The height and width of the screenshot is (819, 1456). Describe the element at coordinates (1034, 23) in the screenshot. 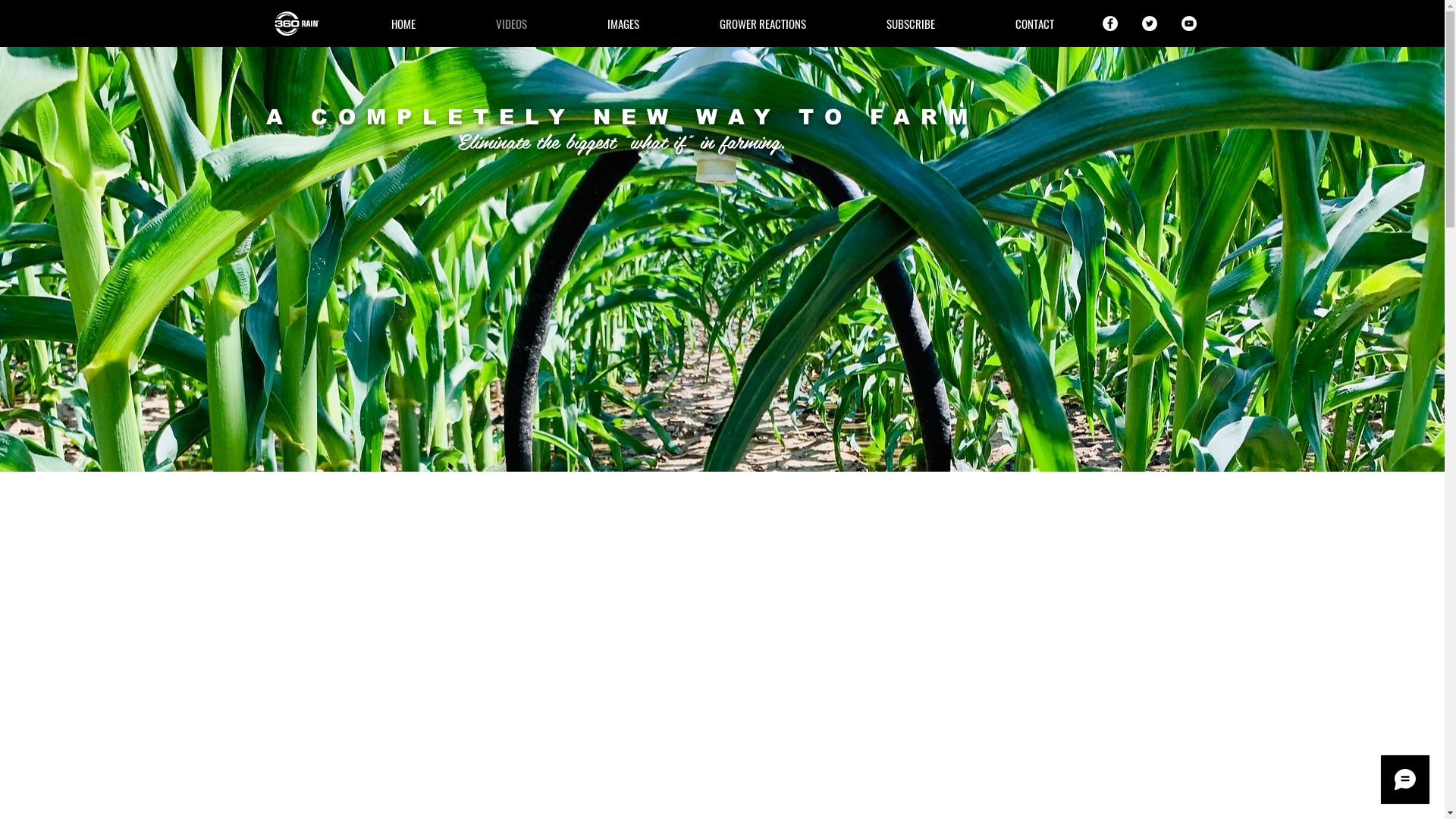

I see `'CONTACT'` at that location.